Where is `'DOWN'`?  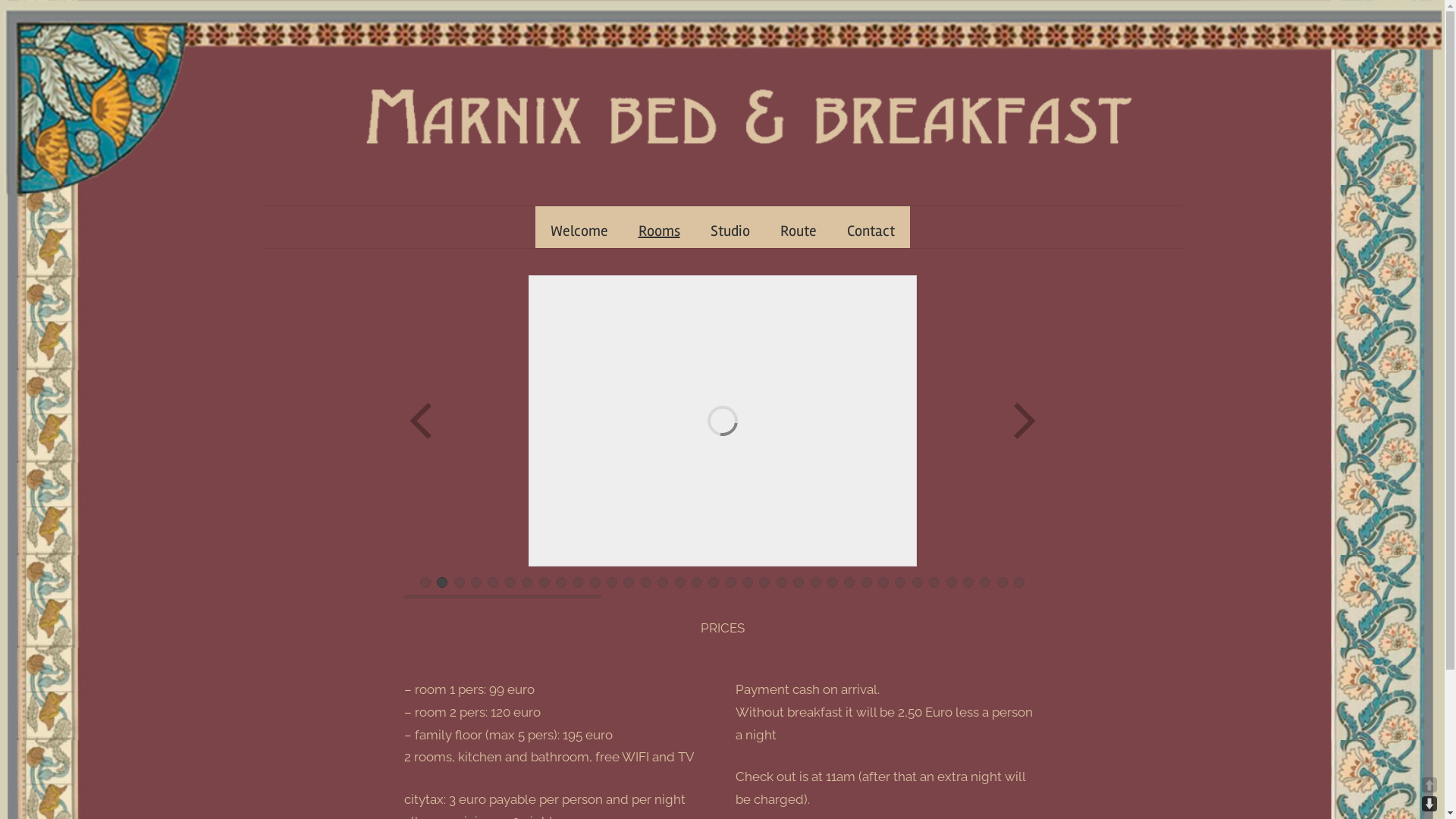 'DOWN' is located at coordinates (1429, 803).